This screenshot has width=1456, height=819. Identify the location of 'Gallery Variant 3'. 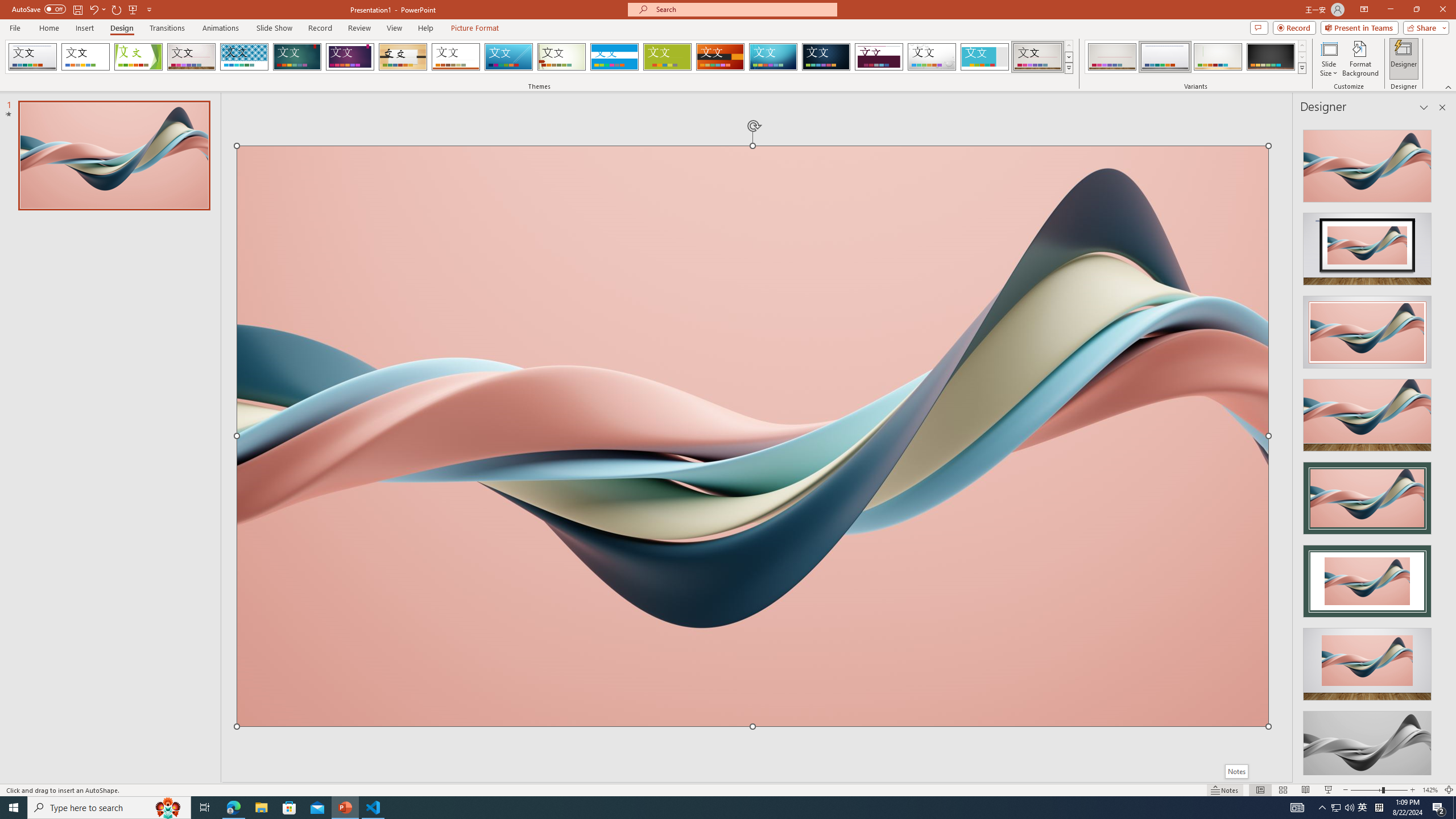
(1217, 56).